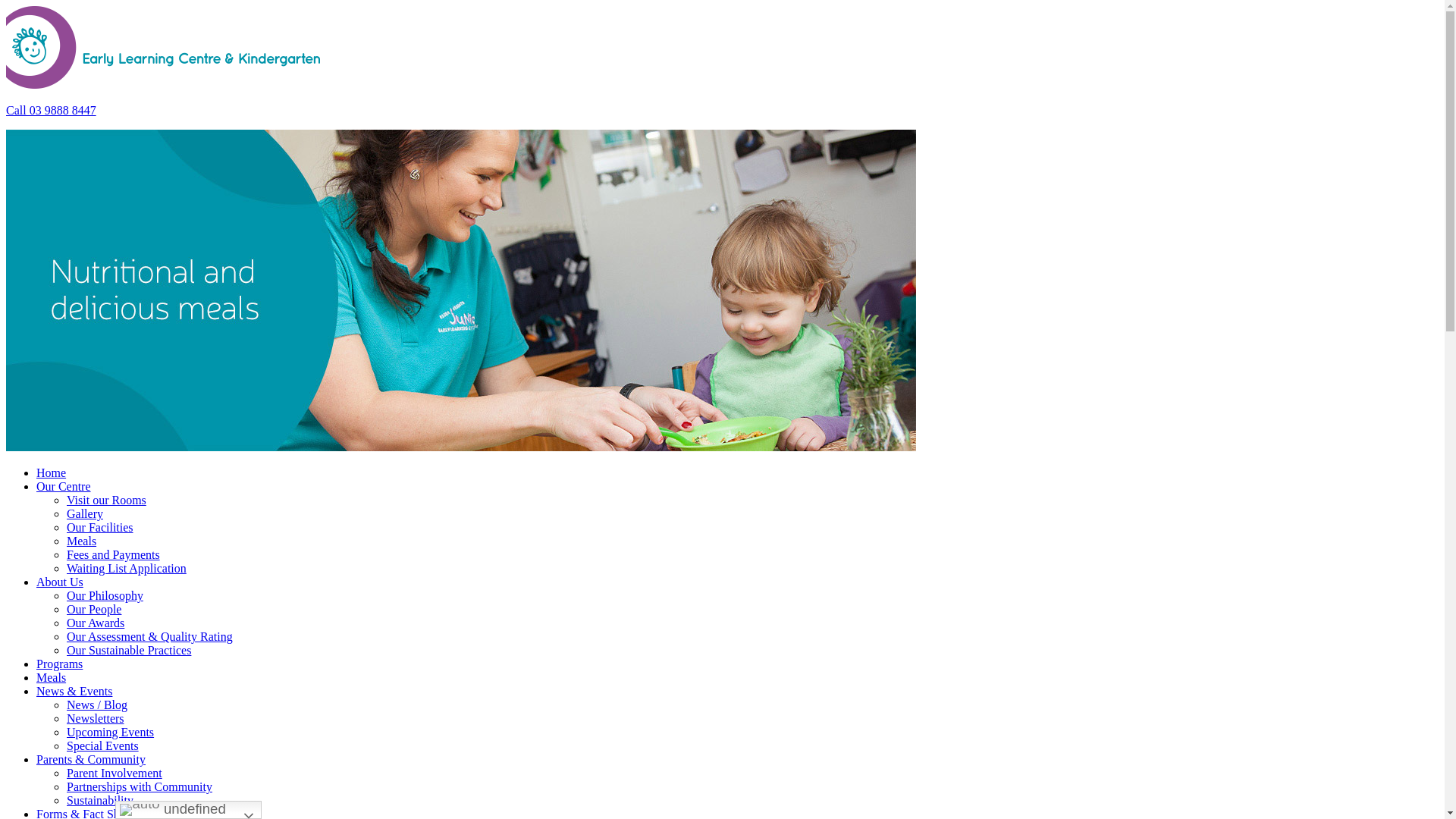  Describe the element at coordinates (112, 554) in the screenshot. I see `'Fees and Payments'` at that location.